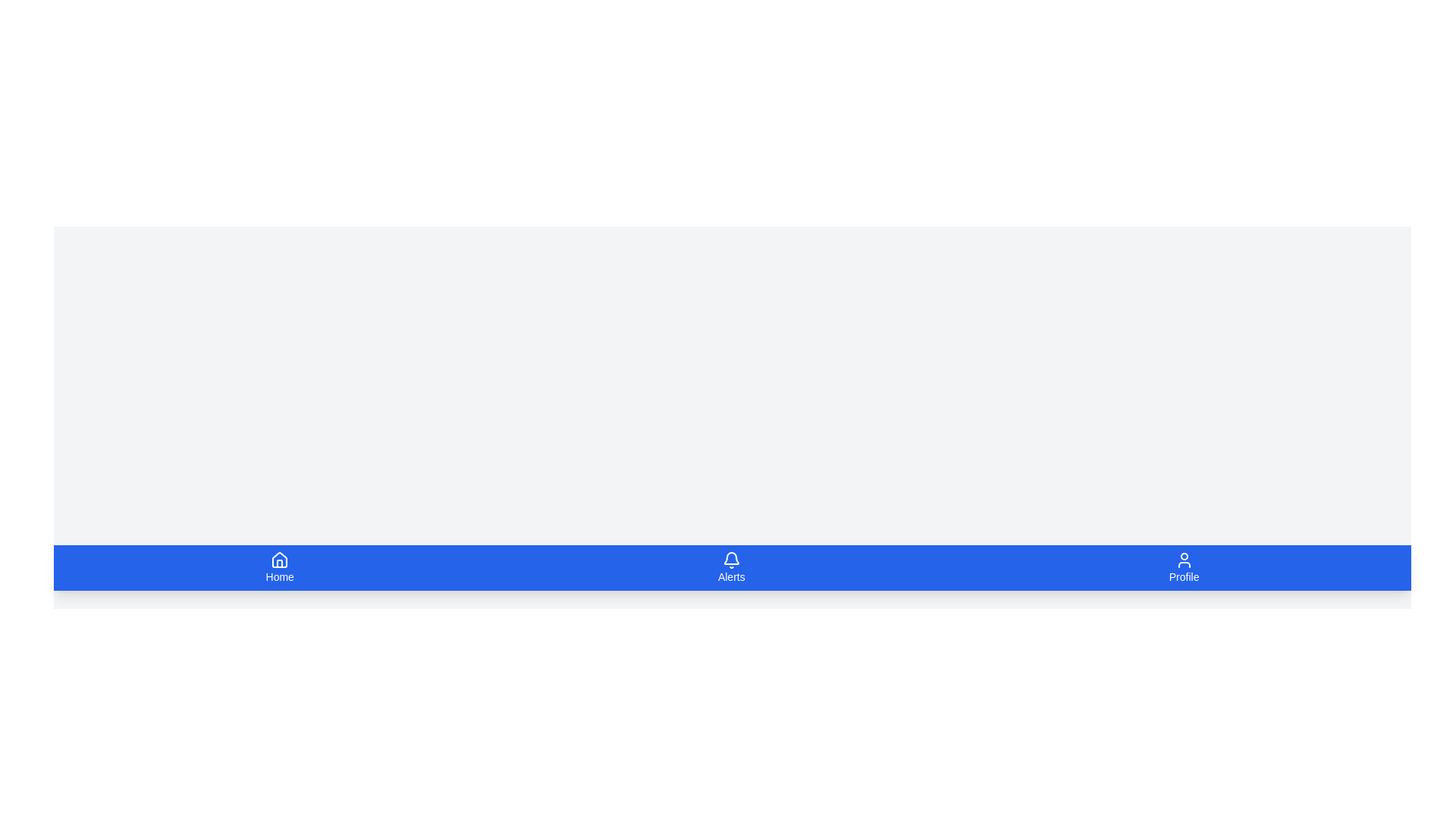  I want to click on the Alerts button with a bell icon on a blue background, so click(731, 567).